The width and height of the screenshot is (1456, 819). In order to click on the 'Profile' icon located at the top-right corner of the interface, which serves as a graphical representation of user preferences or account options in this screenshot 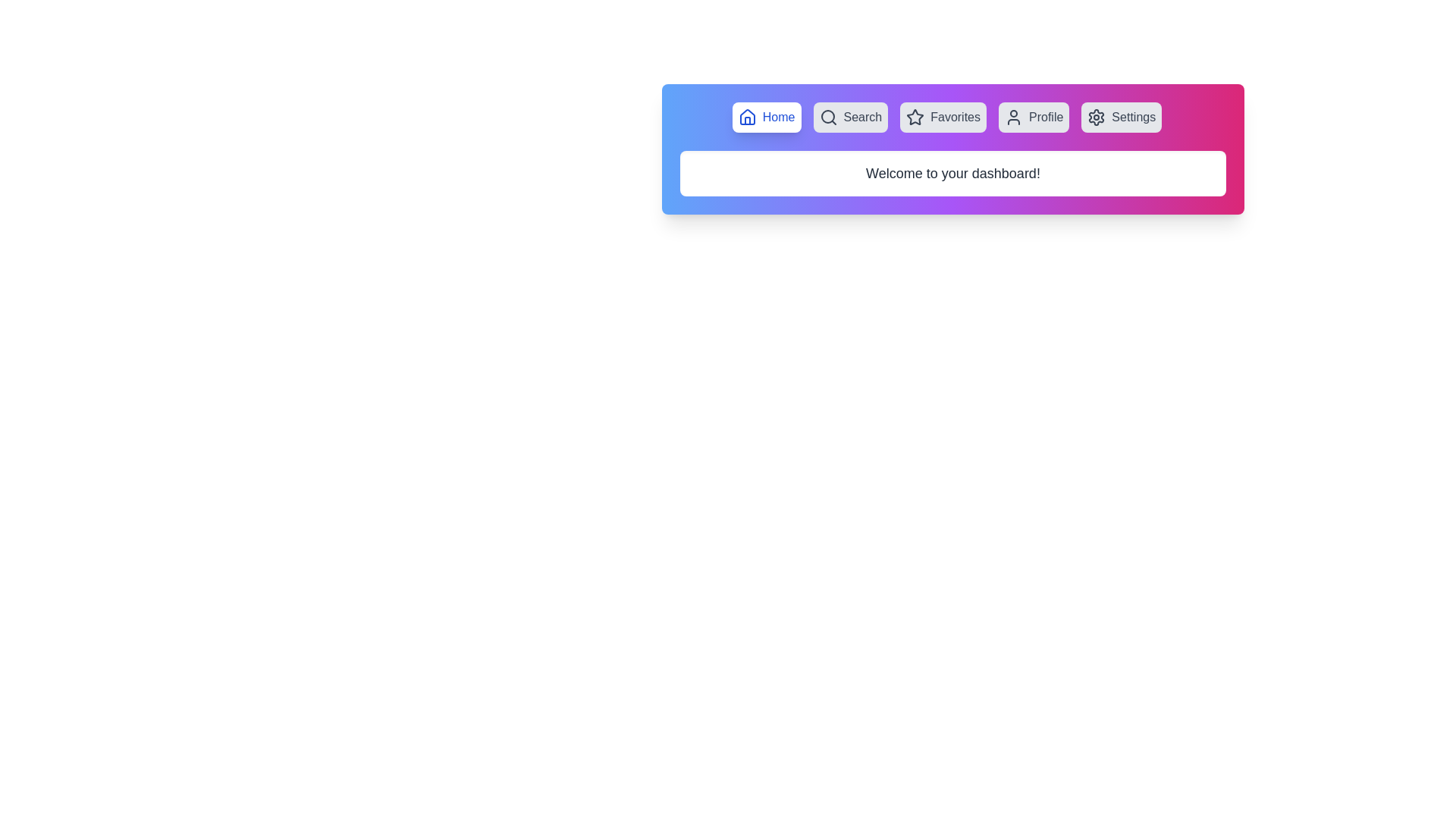, I will do `click(1014, 116)`.